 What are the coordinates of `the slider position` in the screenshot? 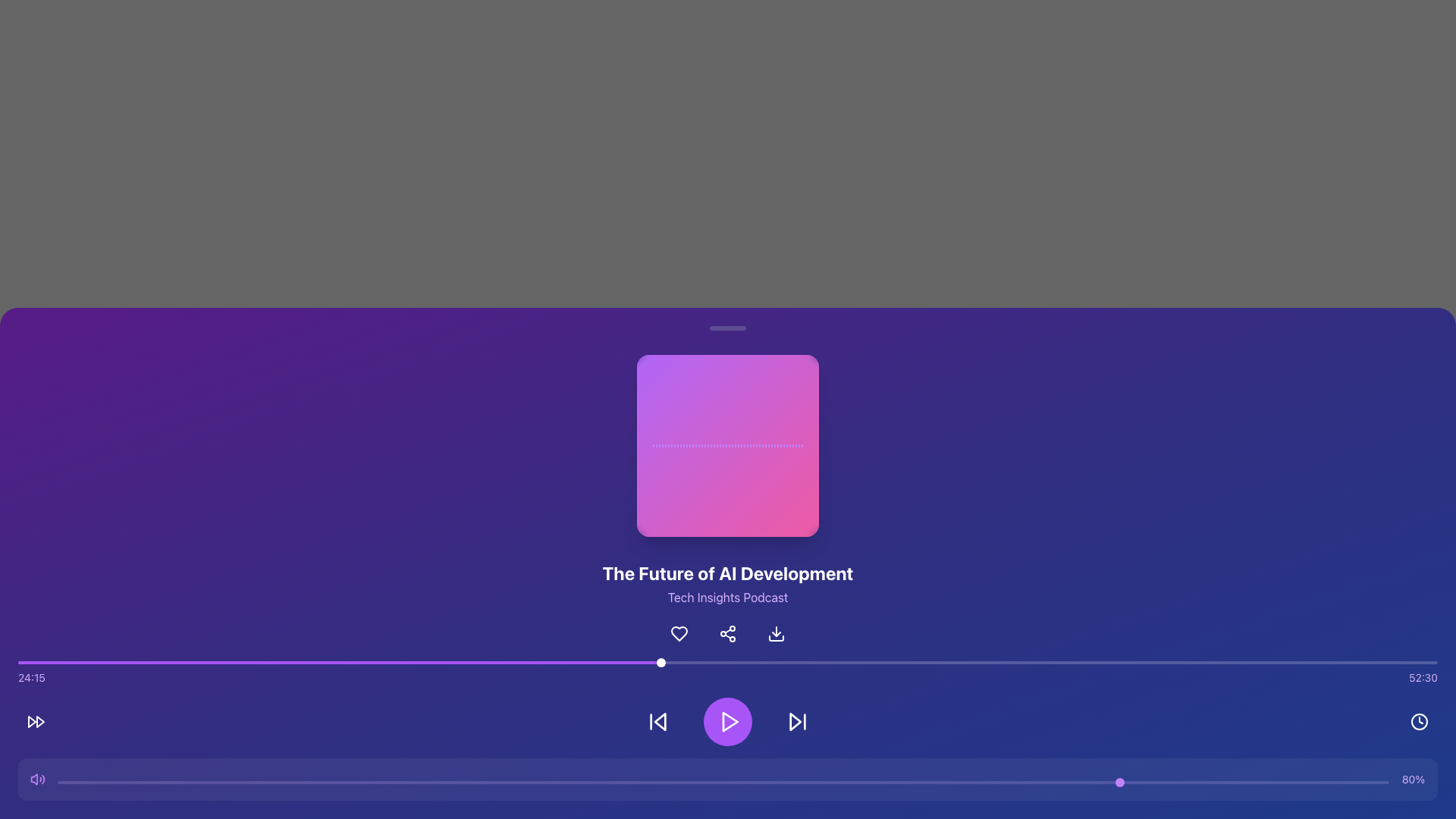 It's located at (856, 783).